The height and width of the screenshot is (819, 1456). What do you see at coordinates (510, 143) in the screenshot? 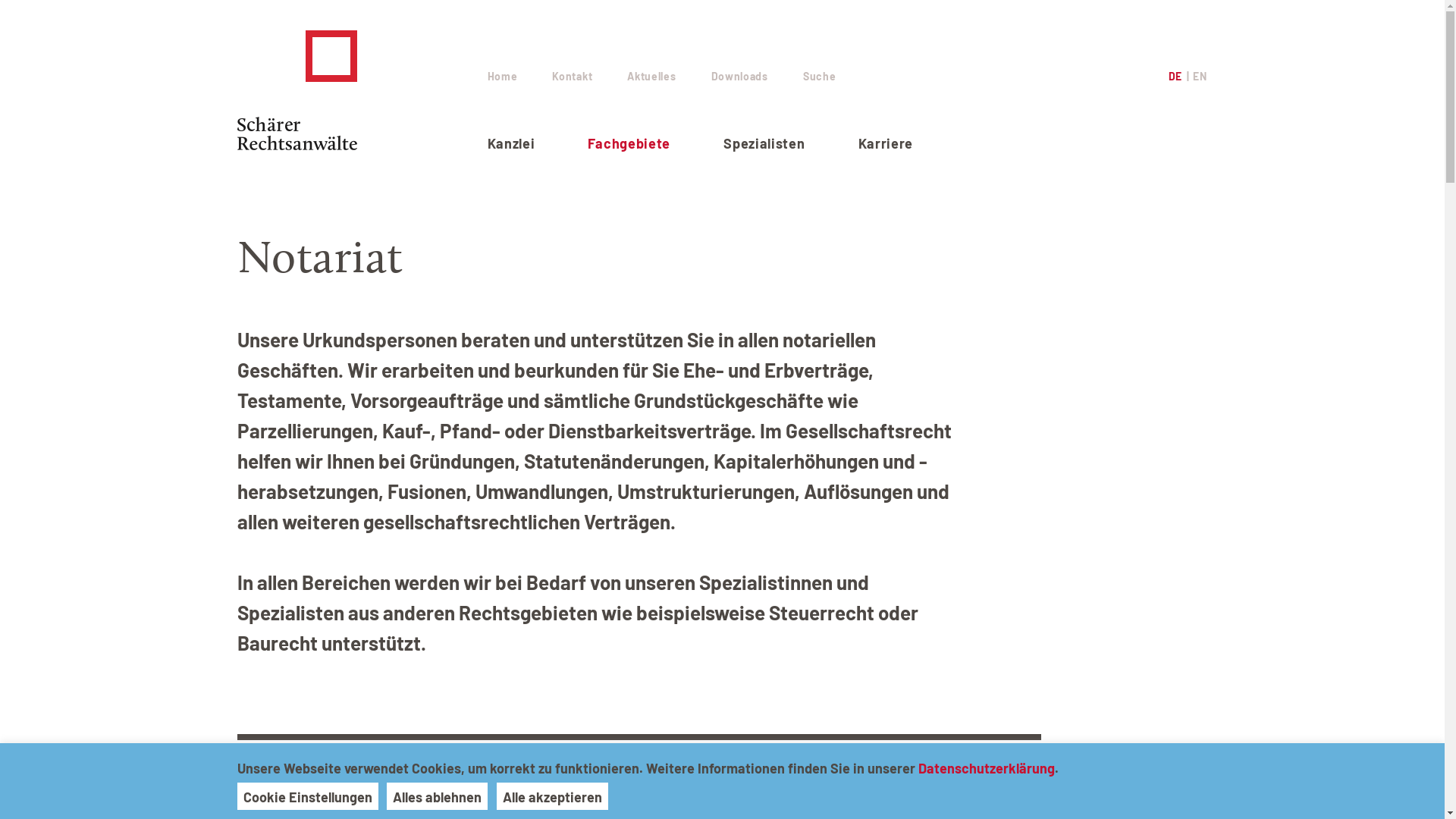
I see `'Kanzlei'` at bounding box center [510, 143].